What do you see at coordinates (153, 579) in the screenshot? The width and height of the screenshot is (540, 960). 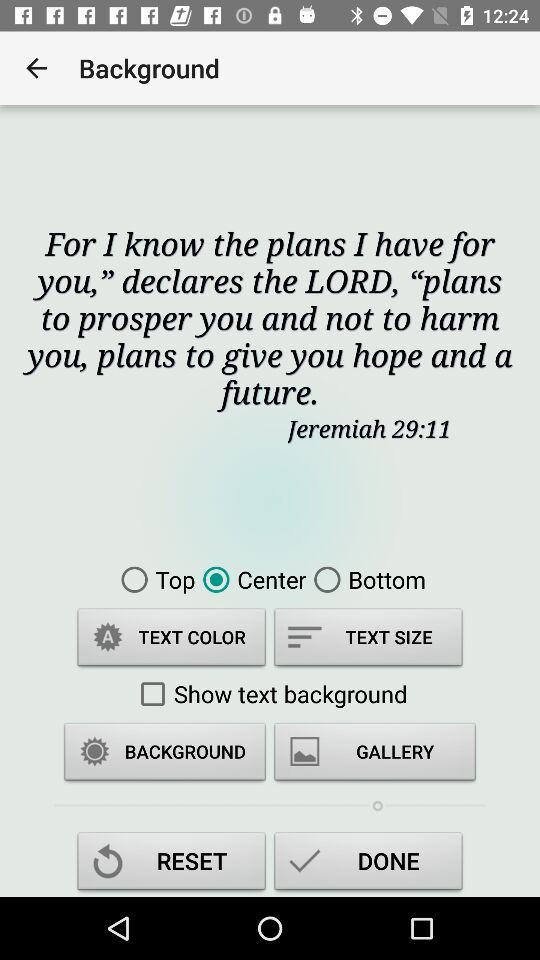 I see `the top icon` at bounding box center [153, 579].